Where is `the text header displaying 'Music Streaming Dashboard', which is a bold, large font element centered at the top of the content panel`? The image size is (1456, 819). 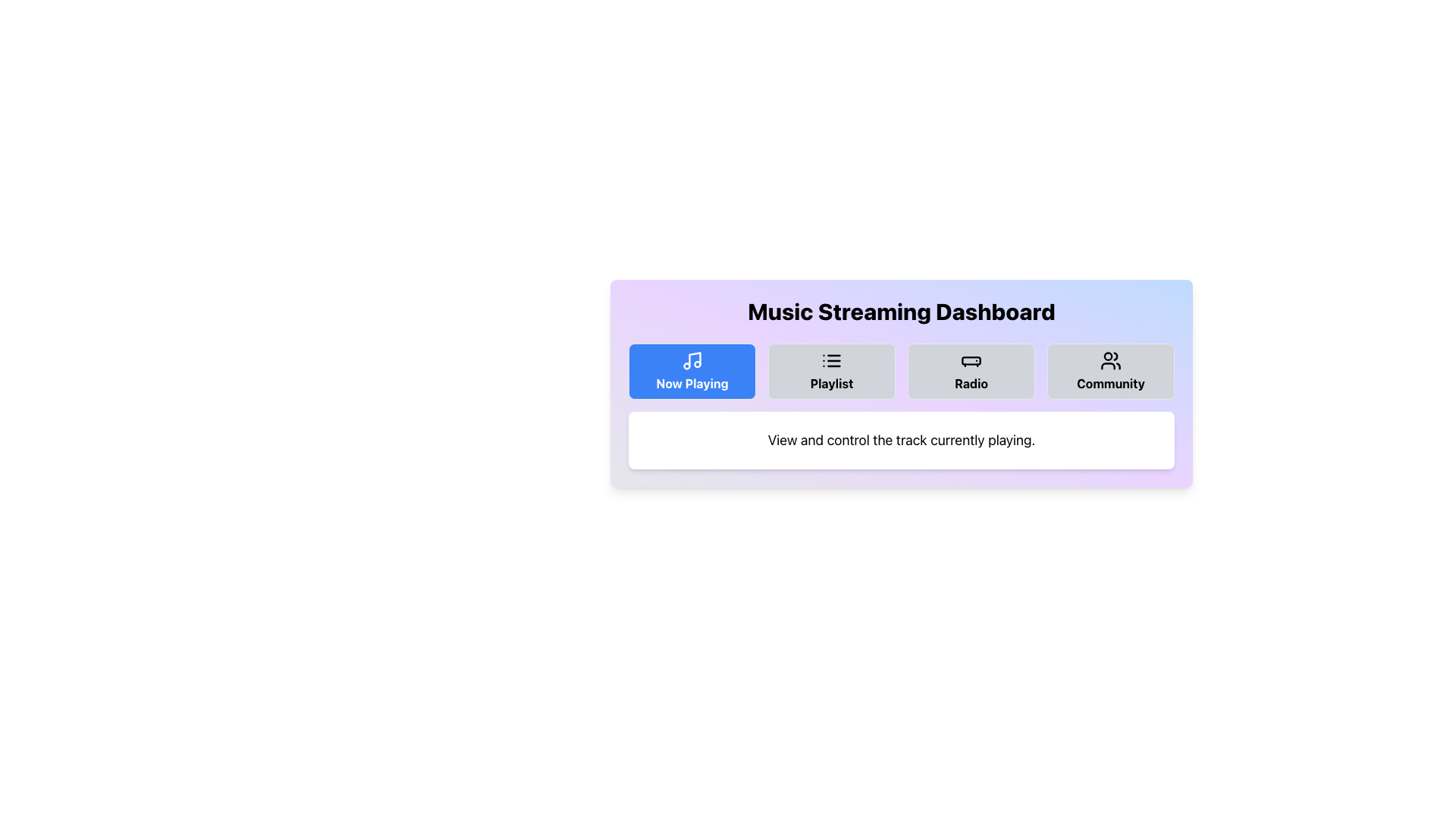
the text header displaying 'Music Streaming Dashboard', which is a bold, large font element centered at the top of the content panel is located at coordinates (902, 311).